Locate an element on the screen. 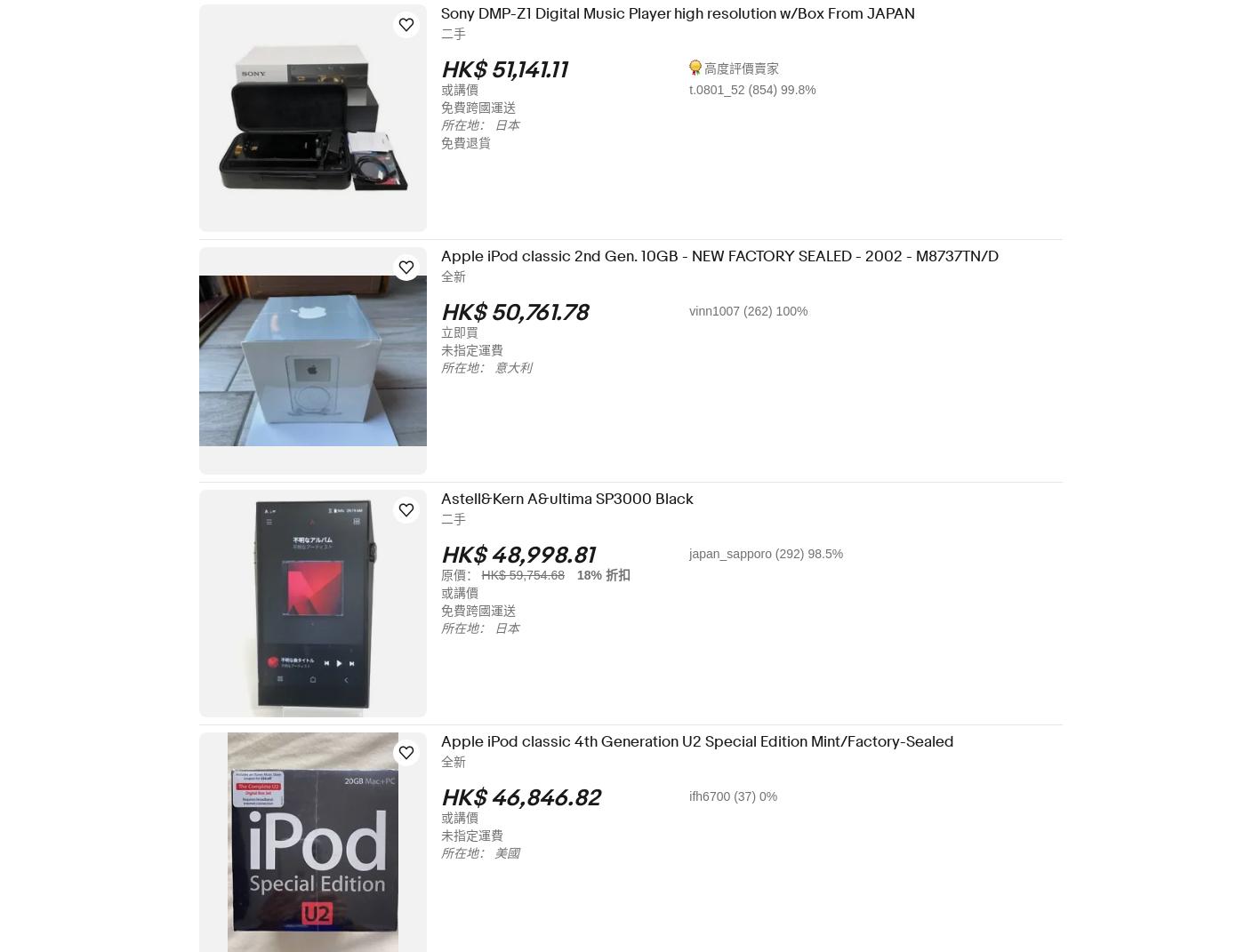  'HK$ 48,998.81' is located at coordinates (529, 555).